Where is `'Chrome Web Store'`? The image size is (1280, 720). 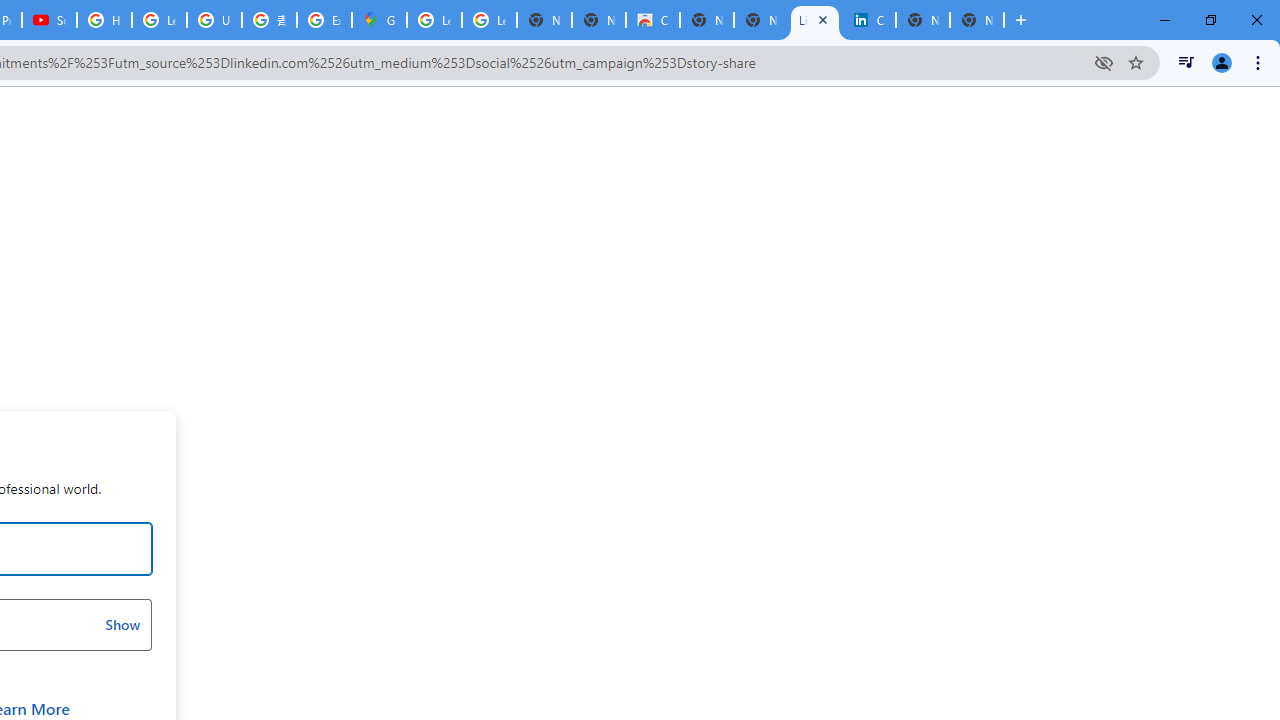 'Chrome Web Store' is located at coordinates (652, 20).